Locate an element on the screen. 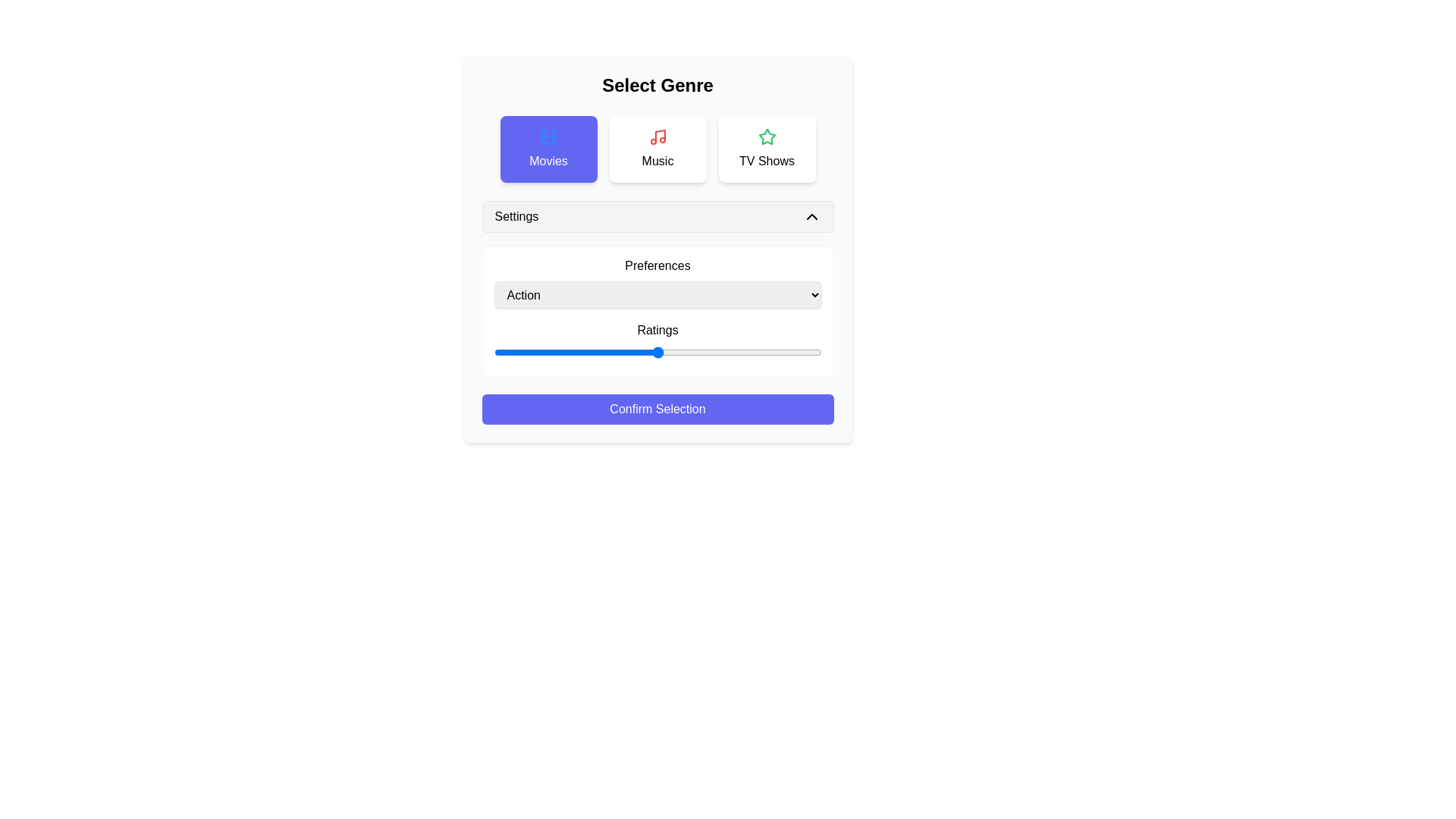 Image resolution: width=1456 pixels, height=819 pixels. the star-shaped icon with a green outline located within the 'TV Shows' box is located at coordinates (767, 137).